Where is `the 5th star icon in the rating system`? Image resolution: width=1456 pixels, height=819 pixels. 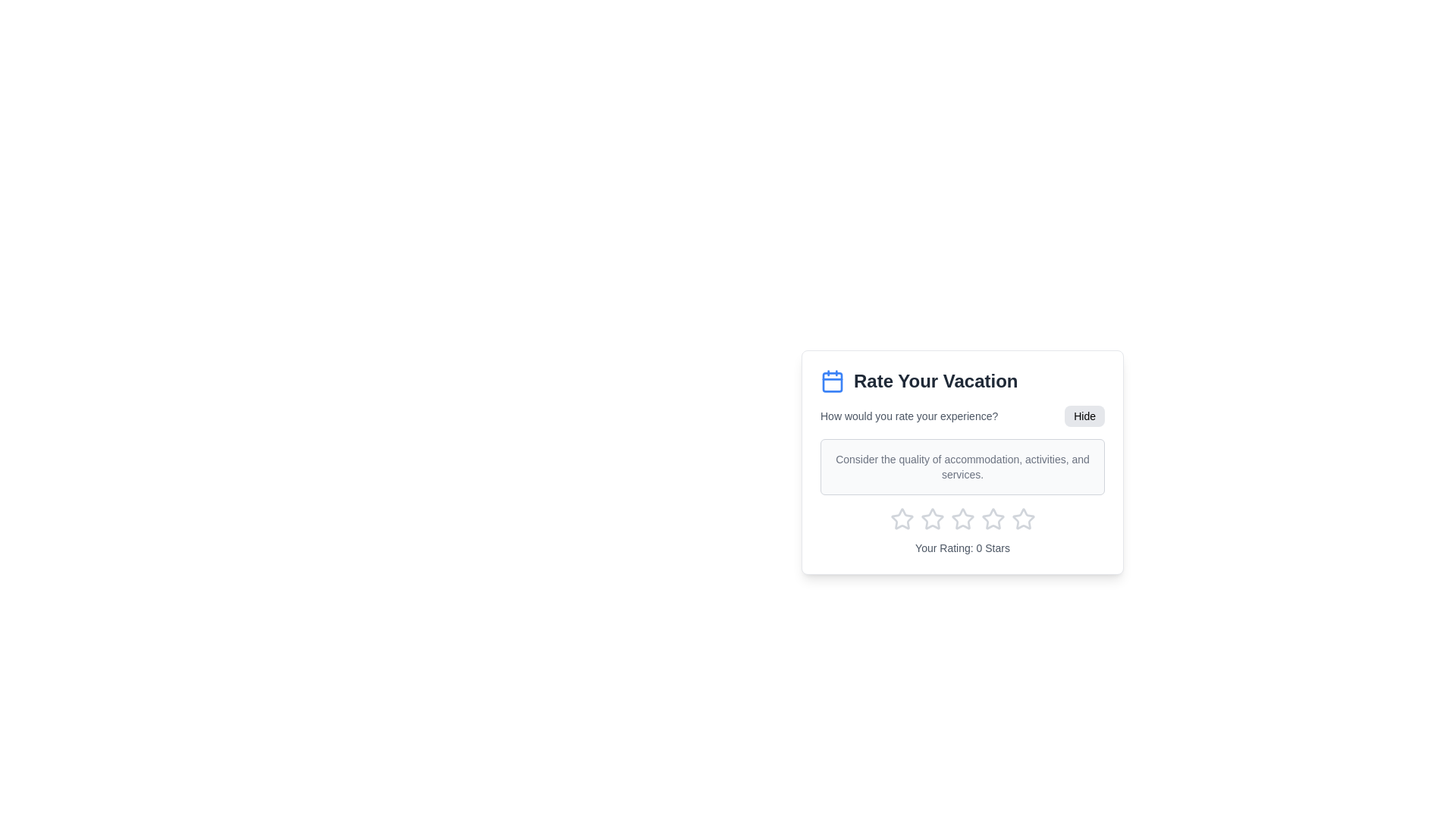 the 5th star icon in the rating system is located at coordinates (1023, 519).